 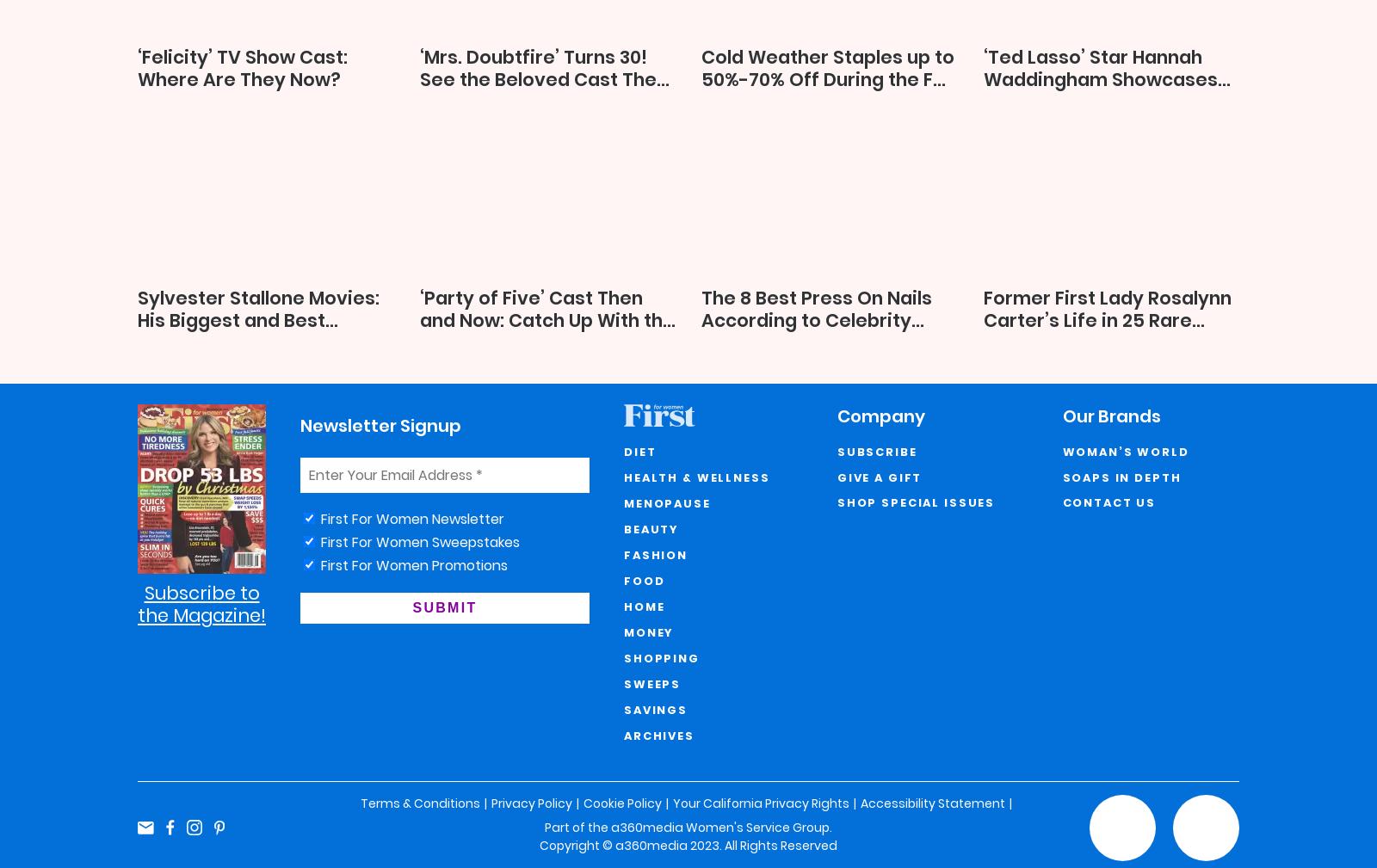 What do you see at coordinates (649, 632) in the screenshot?
I see `'Money'` at bounding box center [649, 632].